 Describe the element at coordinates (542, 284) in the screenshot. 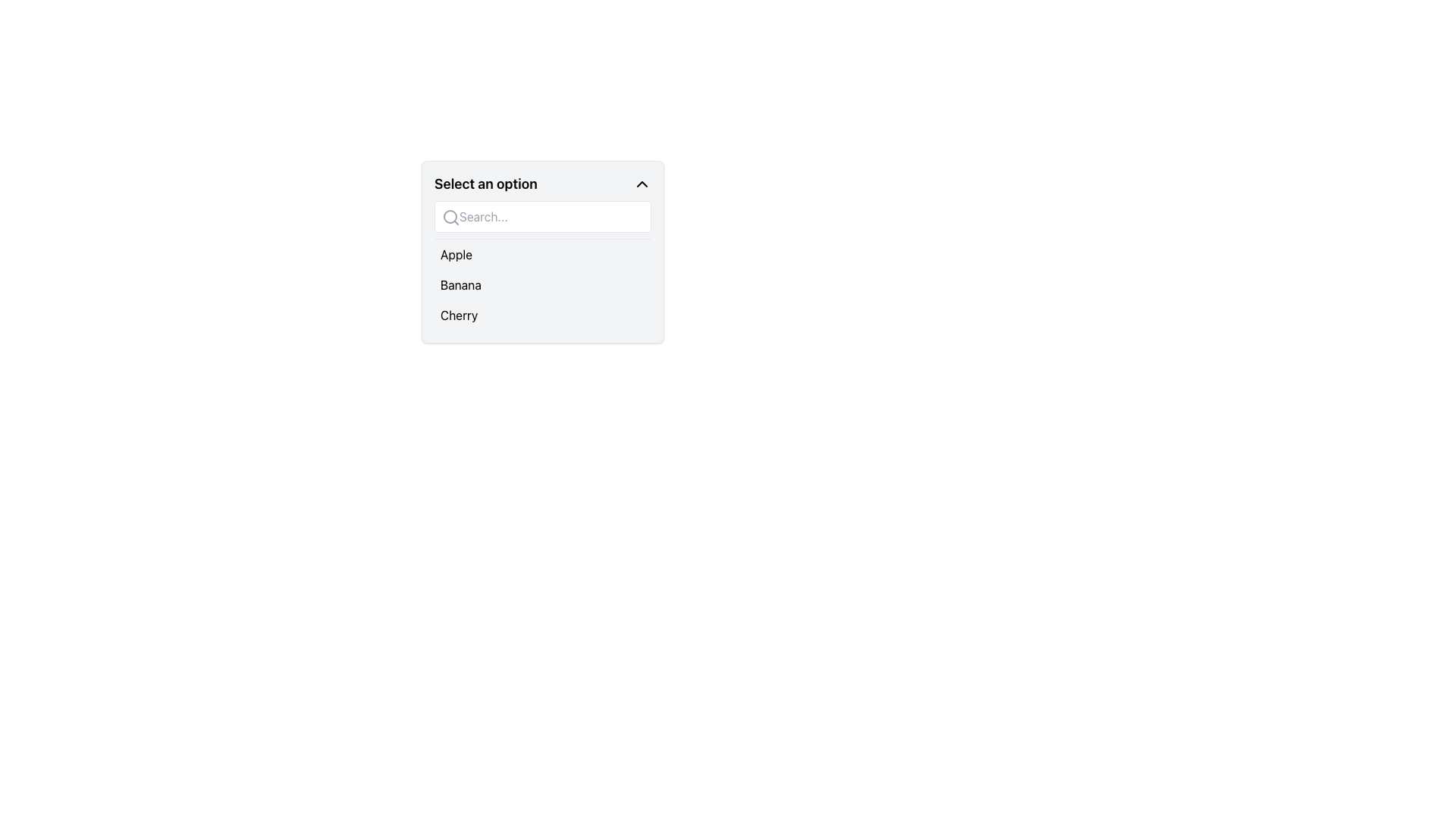

I see `the selectable list item labeled 'Banana'` at that location.